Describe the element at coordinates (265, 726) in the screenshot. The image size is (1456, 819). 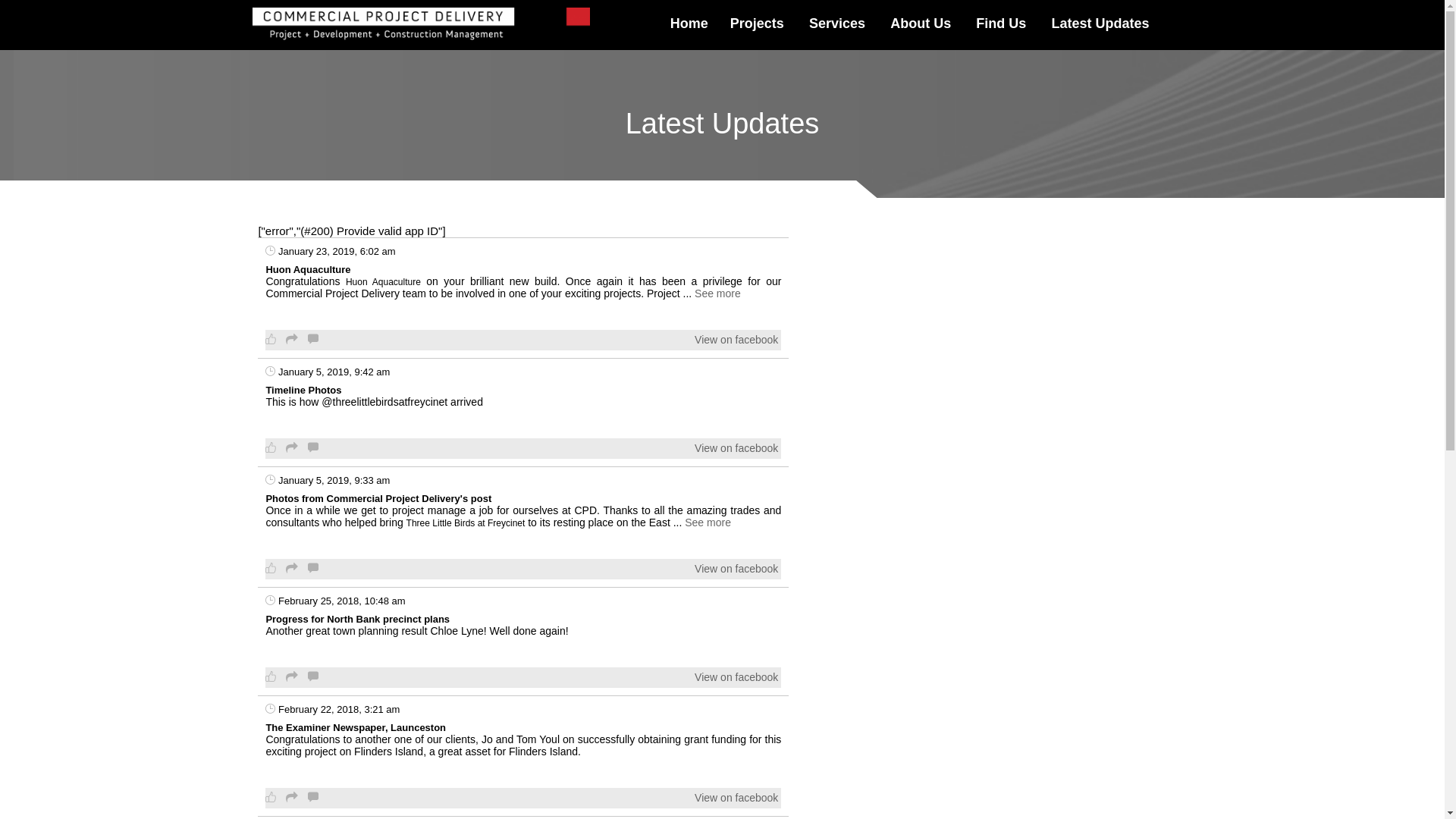
I see `'The Examiner Newspaper, Launceston'` at that location.